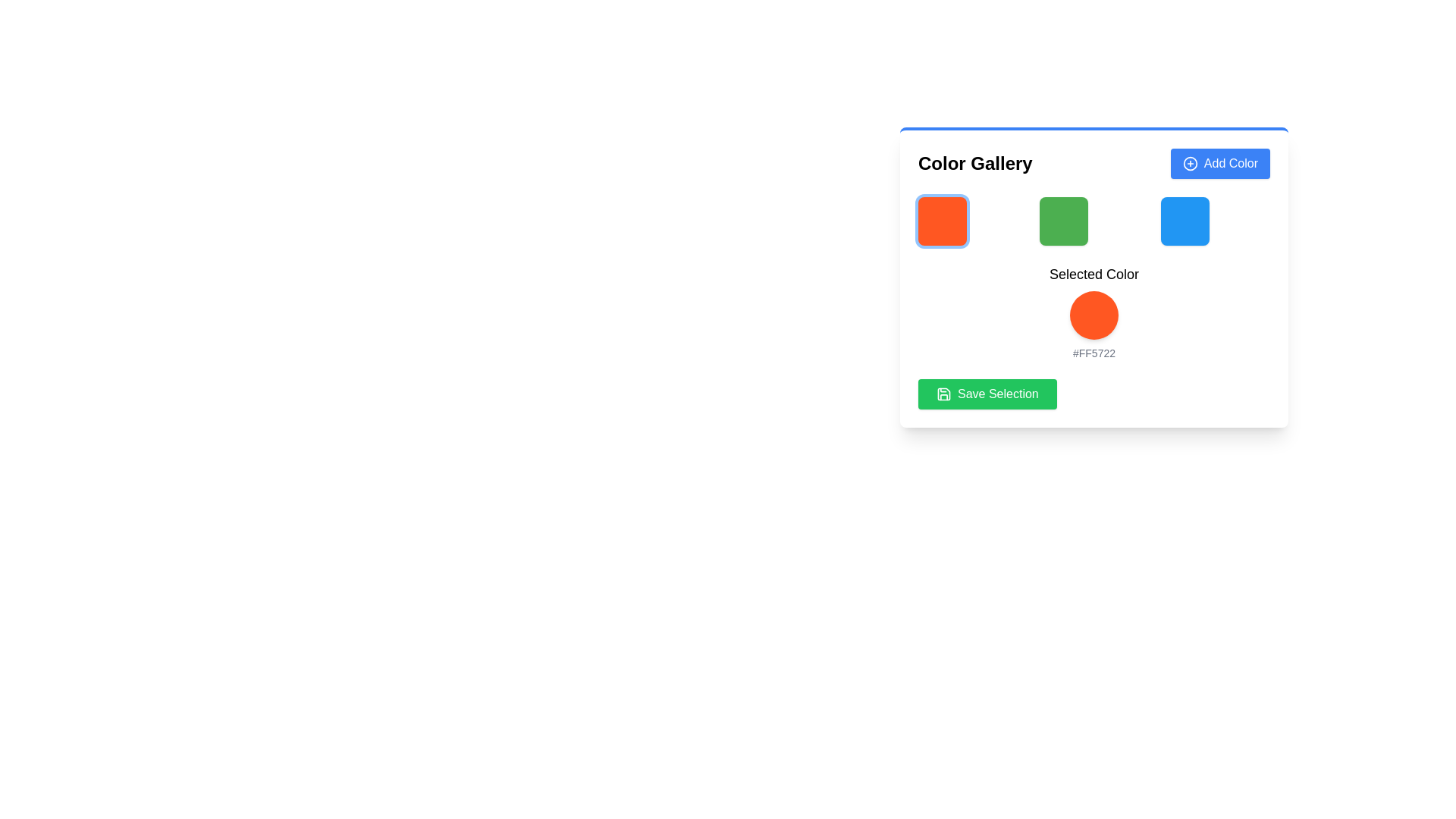 This screenshot has width=1456, height=819. What do you see at coordinates (1189, 164) in the screenshot?
I see `the indicative icon for adding a new color located to the left of the 'Add Color' text in the button at the top-right corner of the rectangular card` at bounding box center [1189, 164].